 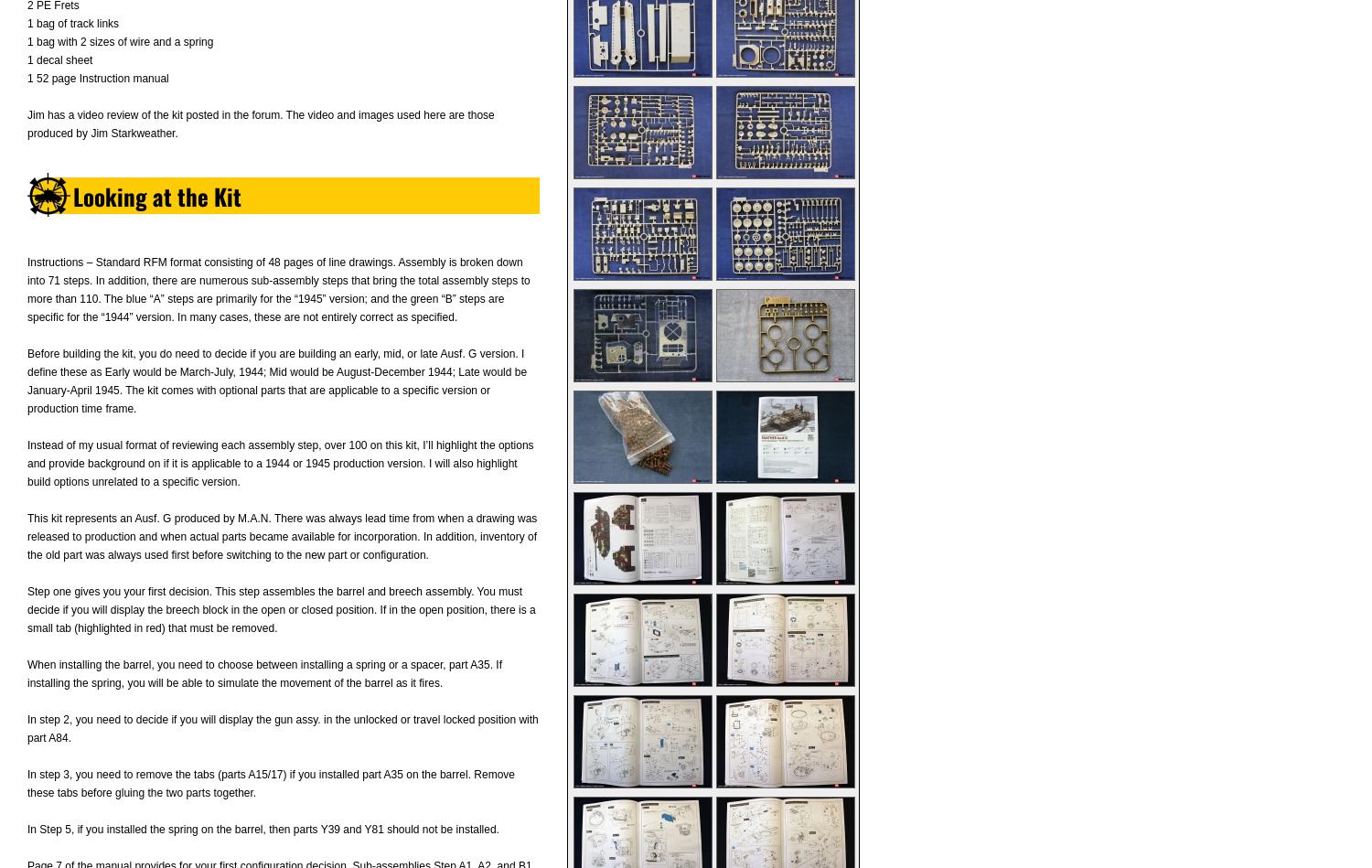 What do you see at coordinates (27, 24) in the screenshot?
I see `'1 bag of track links'` at bounding box center [27, 24].